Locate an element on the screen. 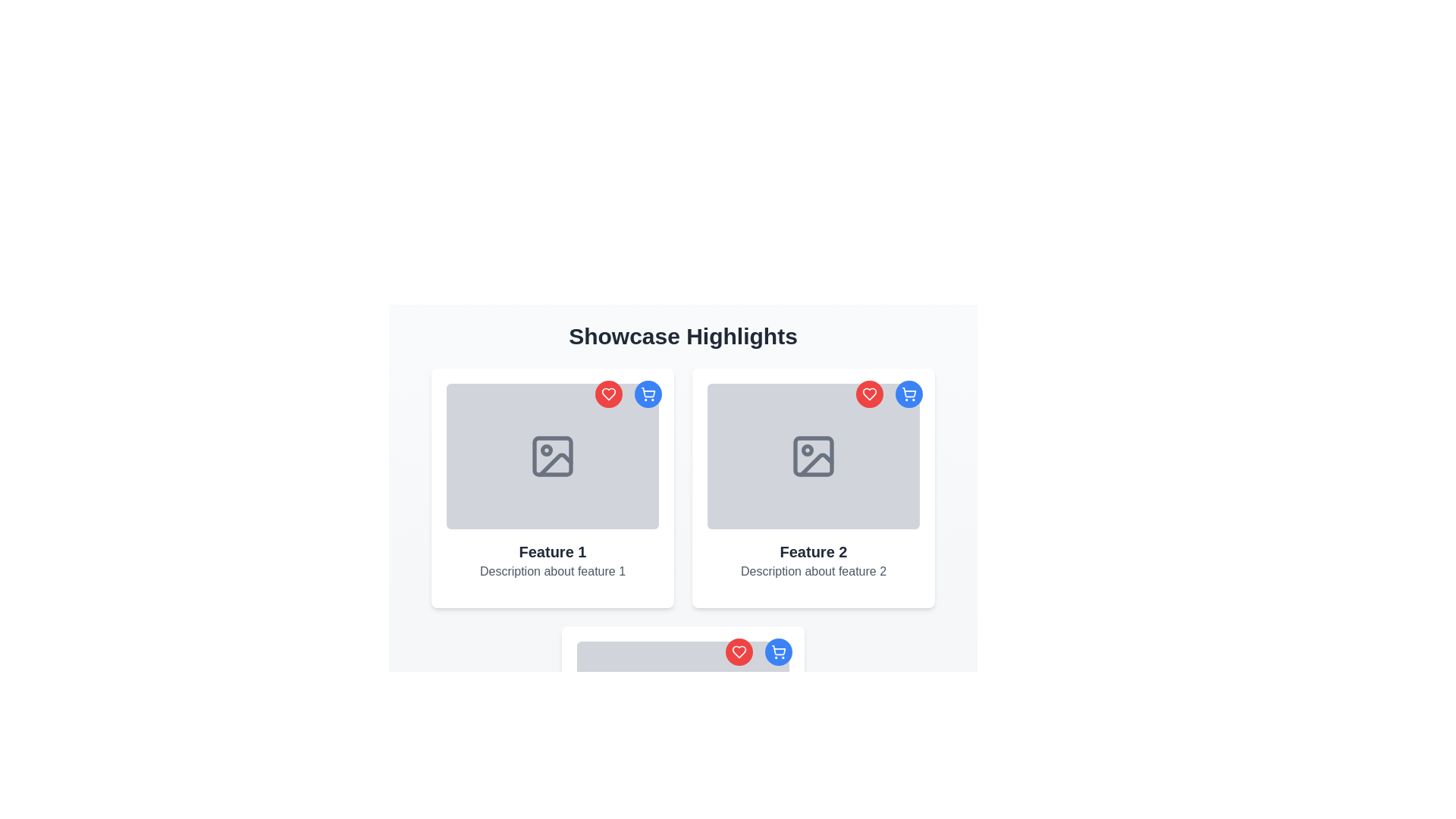  the small rounded rectangle located at the center of the gray image icon within the 'Feature 2' panel is located at coordinates (813, 455).